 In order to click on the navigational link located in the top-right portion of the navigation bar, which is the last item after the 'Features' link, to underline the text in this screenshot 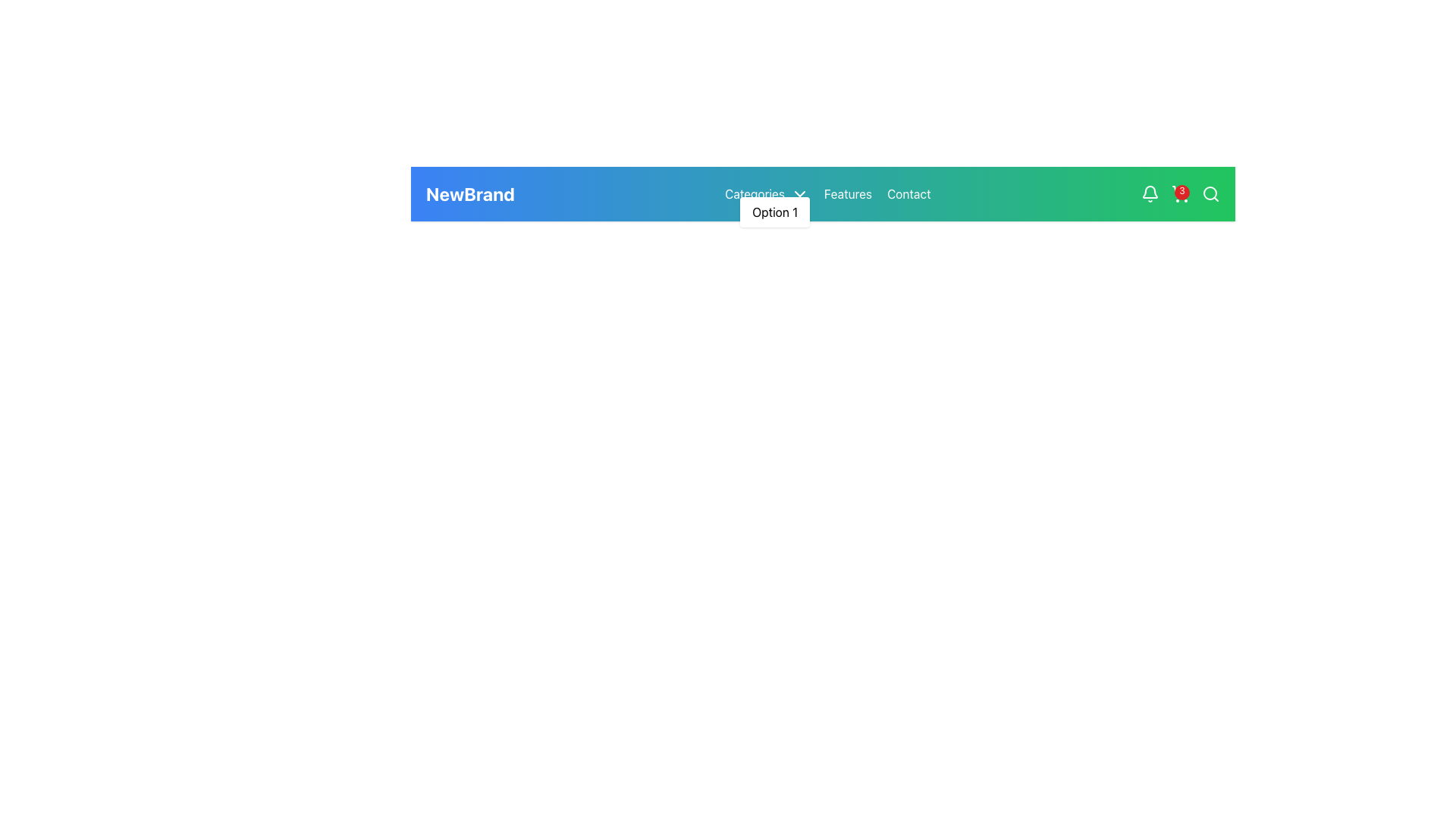, I will do `click(908, 193)`.